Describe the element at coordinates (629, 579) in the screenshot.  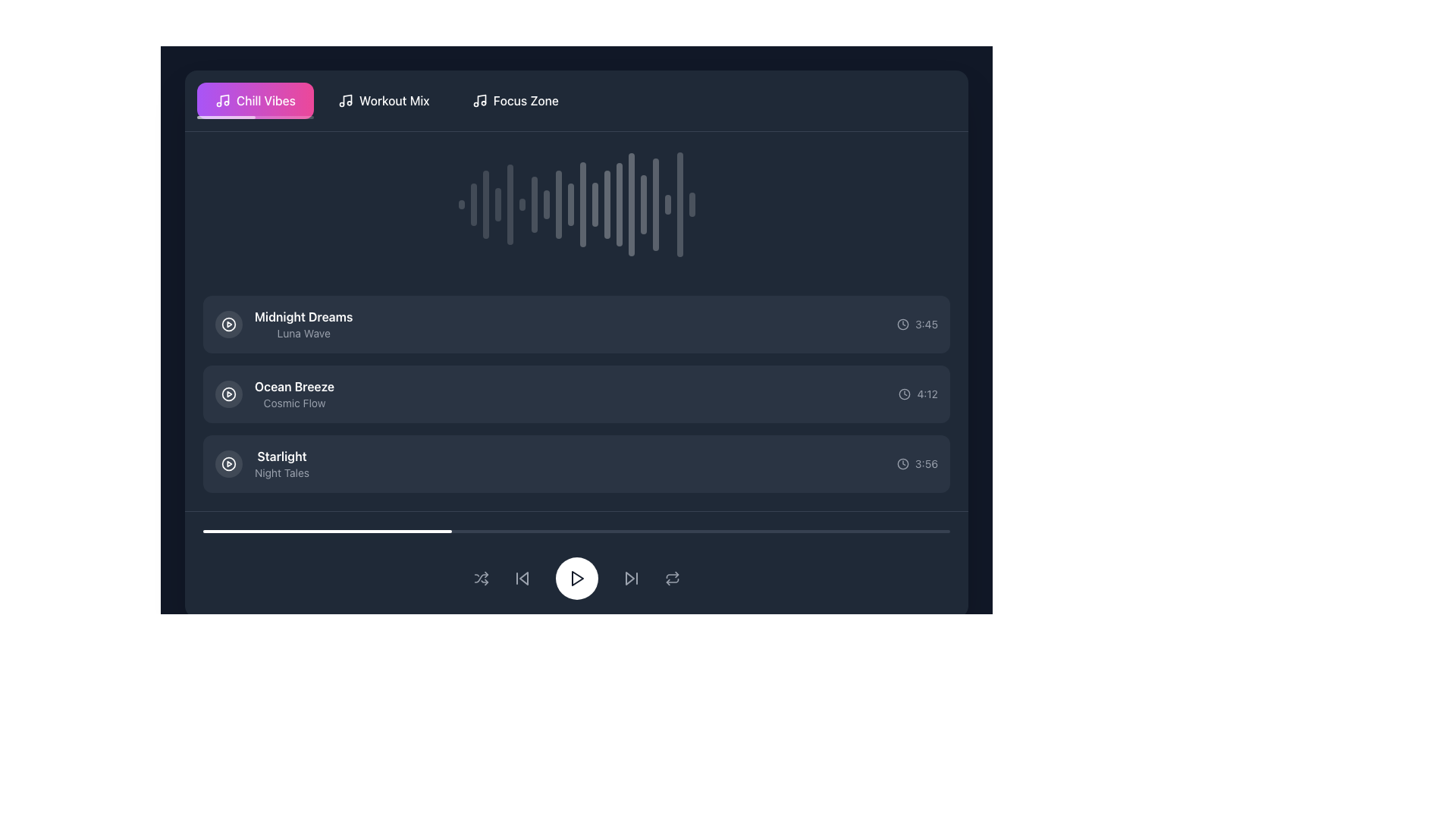
I see `the skip-forward icon located in the bottom control bar` at that location.